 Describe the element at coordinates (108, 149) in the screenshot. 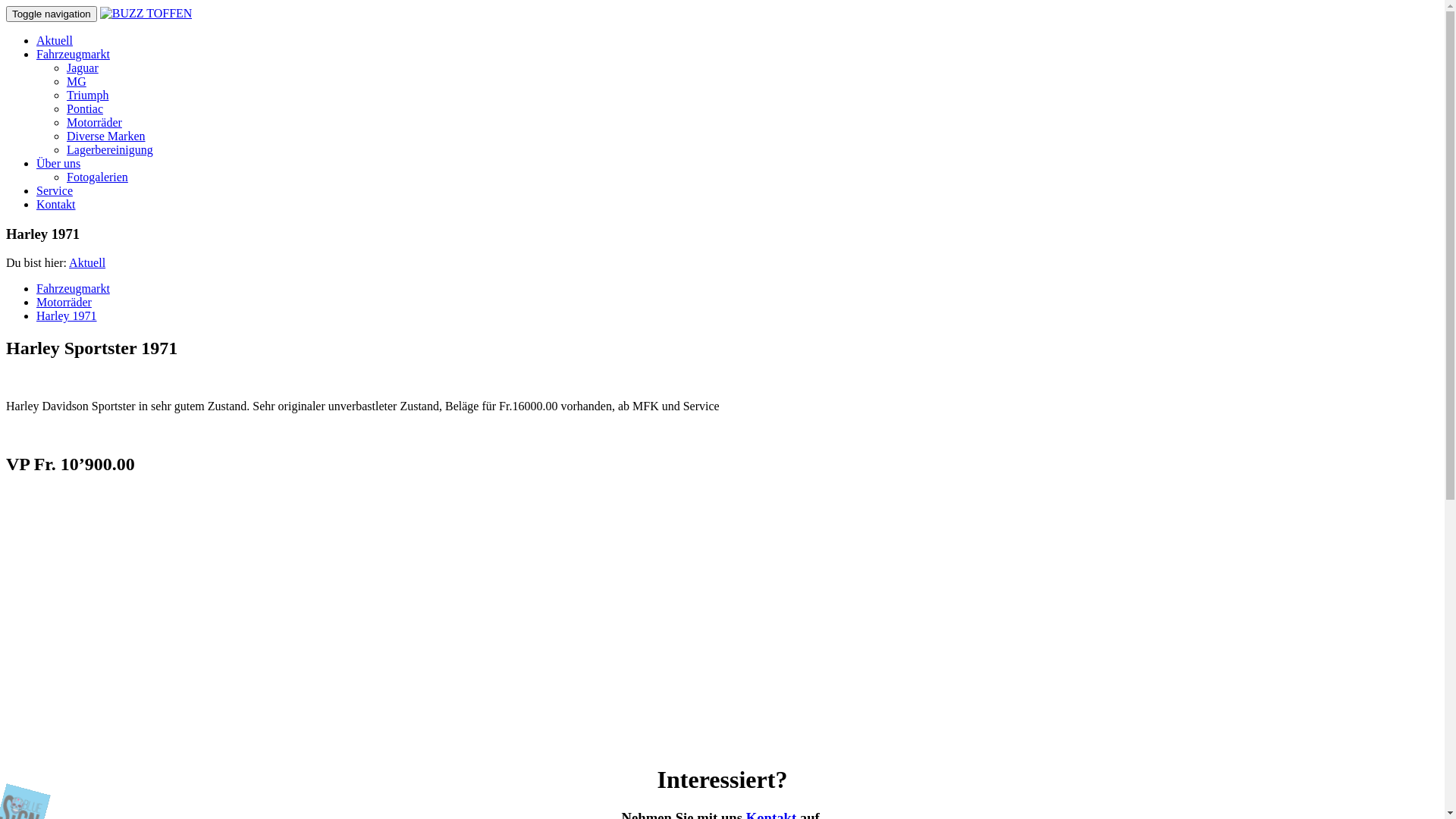

I see `'Lagerbereinigung'` at that location.